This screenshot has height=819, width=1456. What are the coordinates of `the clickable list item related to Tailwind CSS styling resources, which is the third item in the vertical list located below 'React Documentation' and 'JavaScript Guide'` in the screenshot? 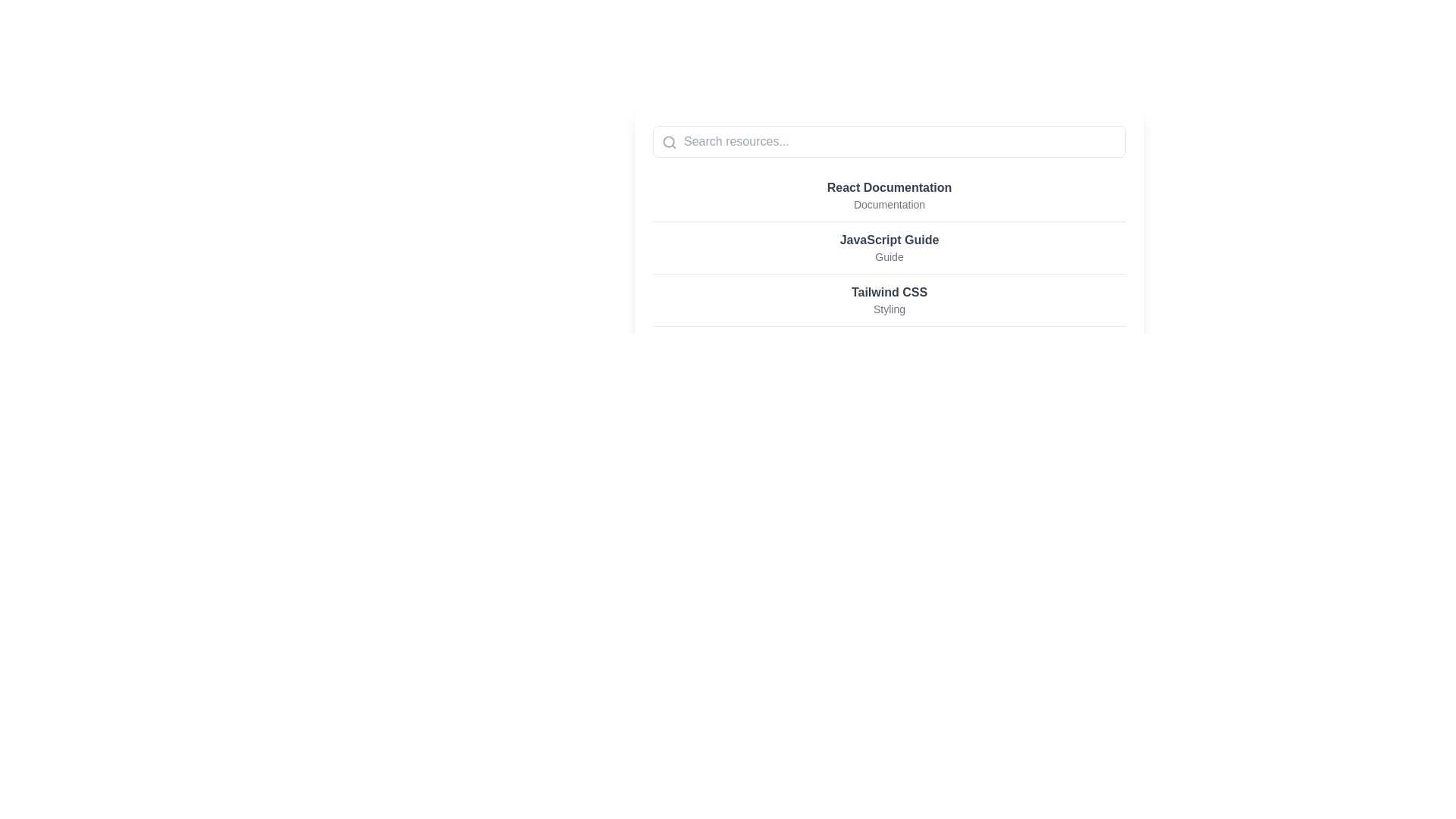 It's located at (889, 300).